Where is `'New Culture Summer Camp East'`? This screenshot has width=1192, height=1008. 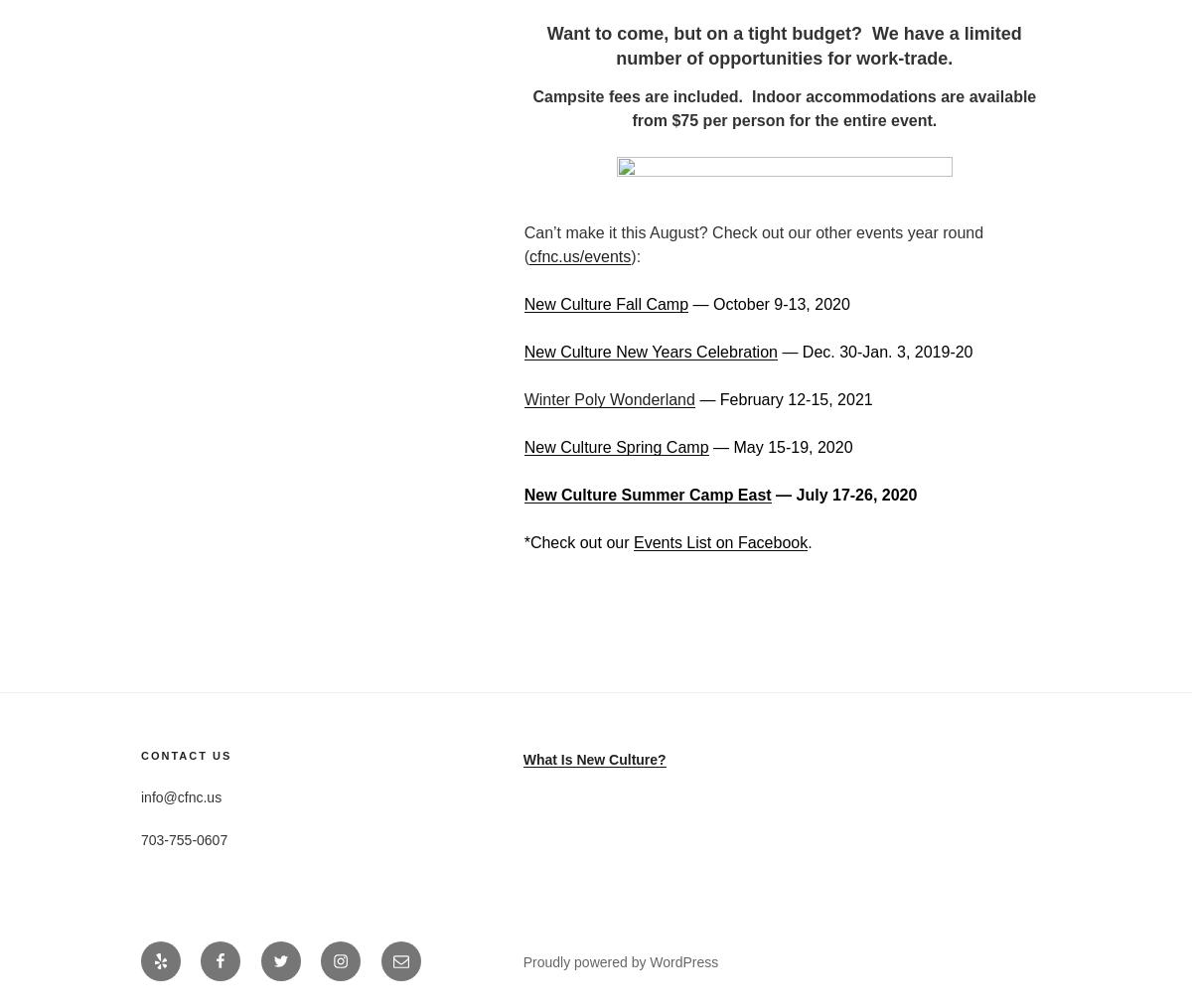
'New Culture Summer Camp East' is located at coordinates (647, 494).